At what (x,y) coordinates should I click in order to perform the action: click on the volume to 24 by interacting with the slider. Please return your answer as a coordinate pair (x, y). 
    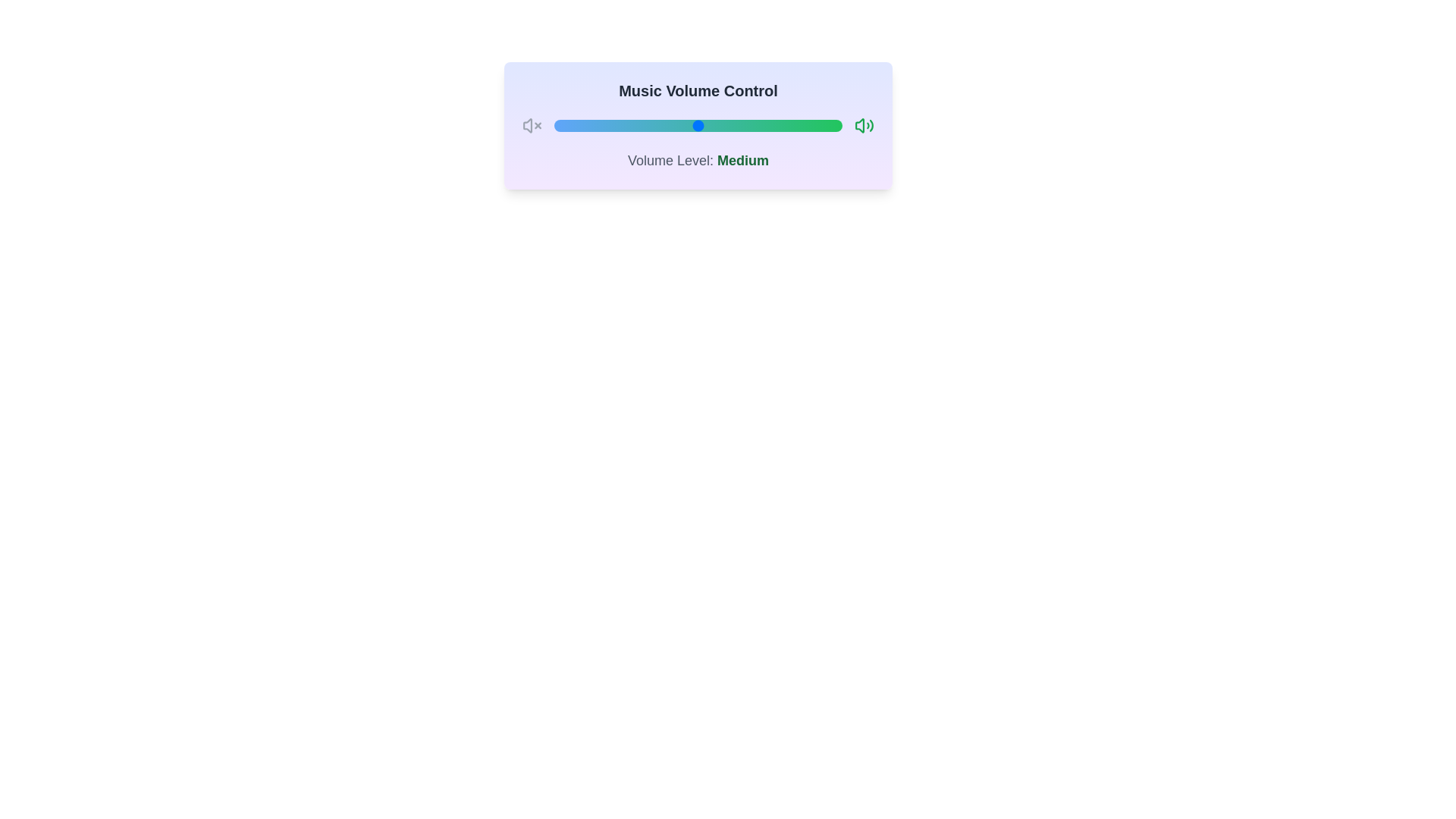
    Looking at the image, I should click on (623, 124).